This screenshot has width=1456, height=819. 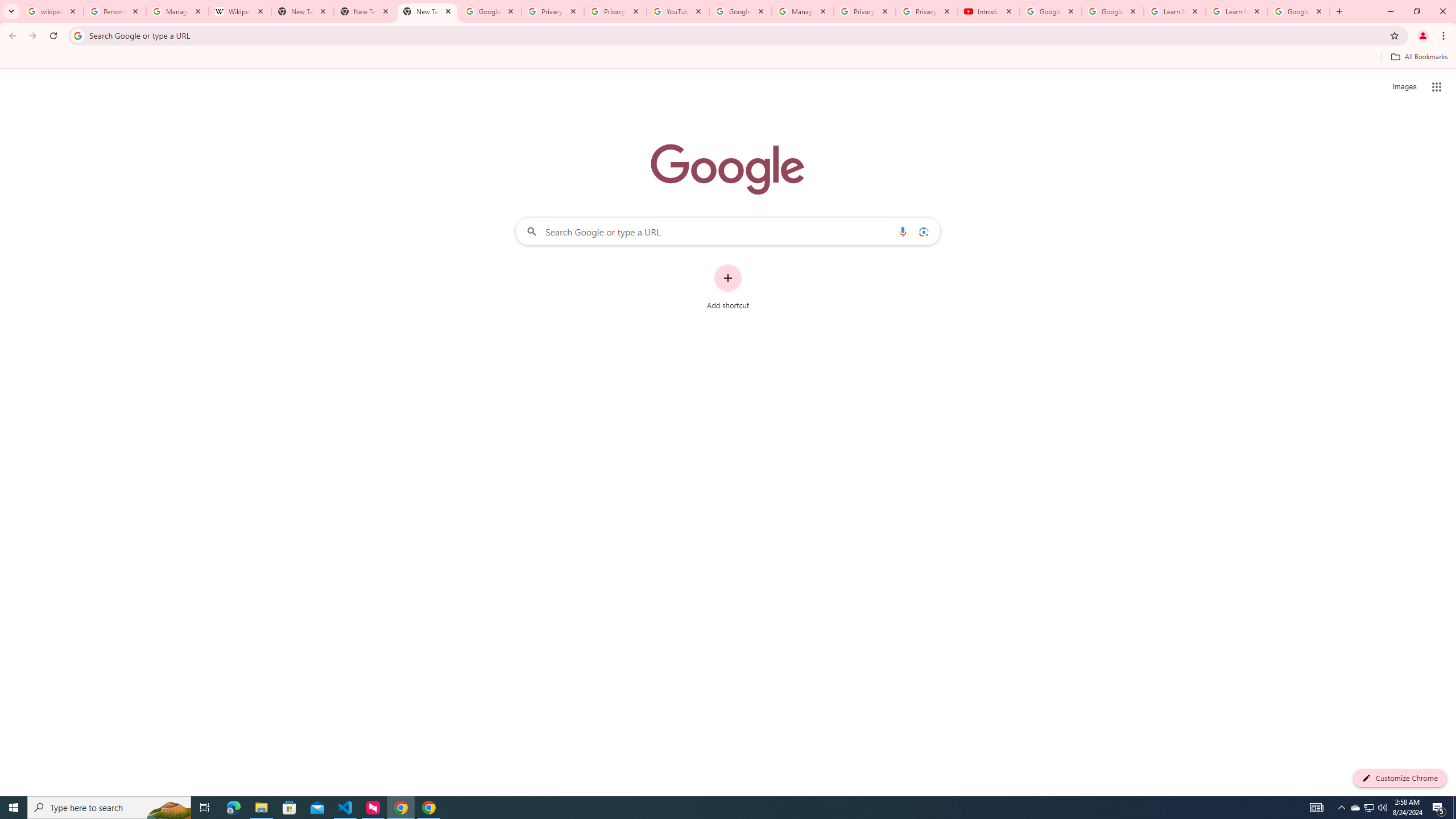 I want to click on 'New Tab', so click(x=427, y=11).